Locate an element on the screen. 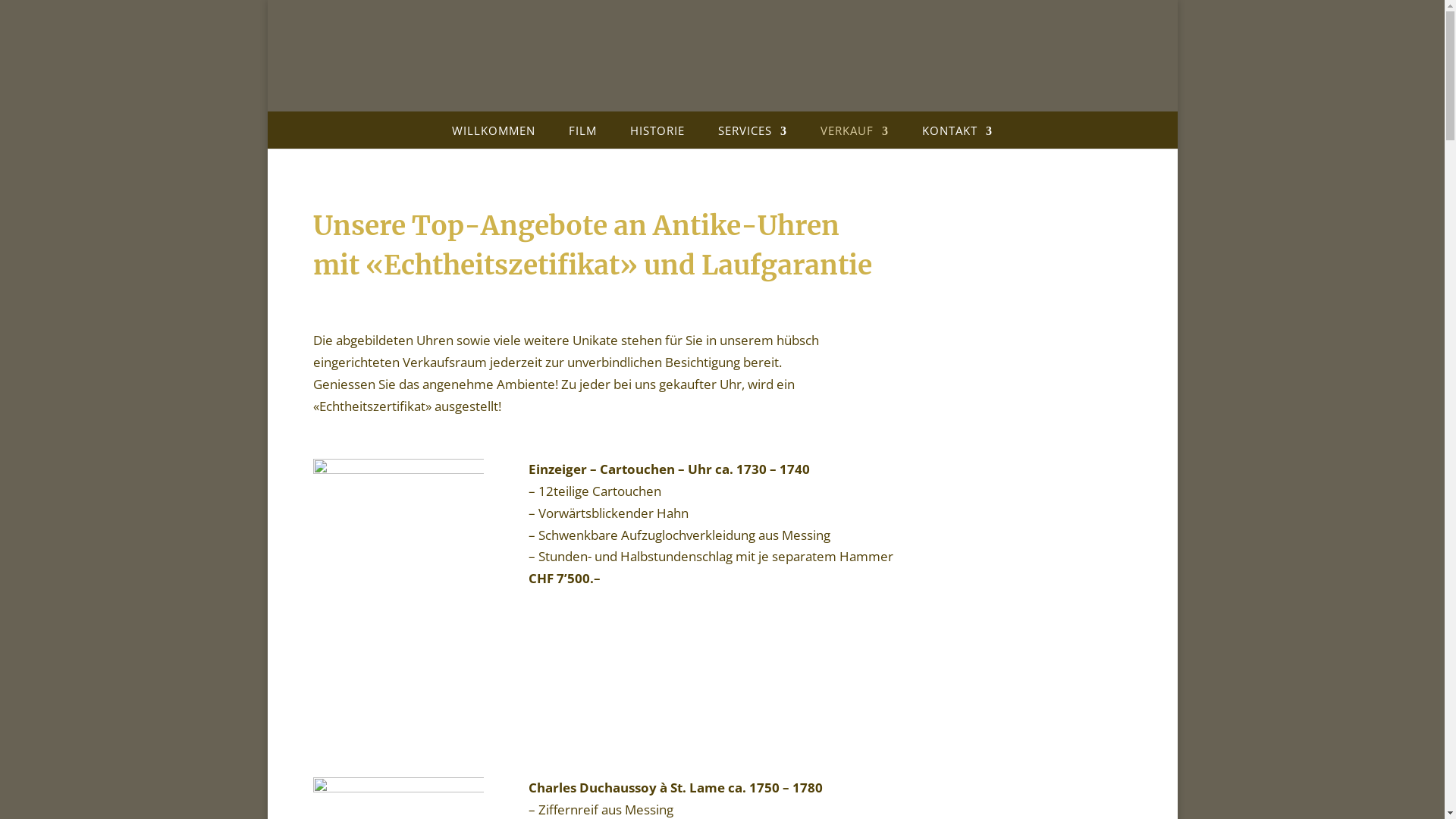  'KONTAKT' is located at coordinates (956, 134).